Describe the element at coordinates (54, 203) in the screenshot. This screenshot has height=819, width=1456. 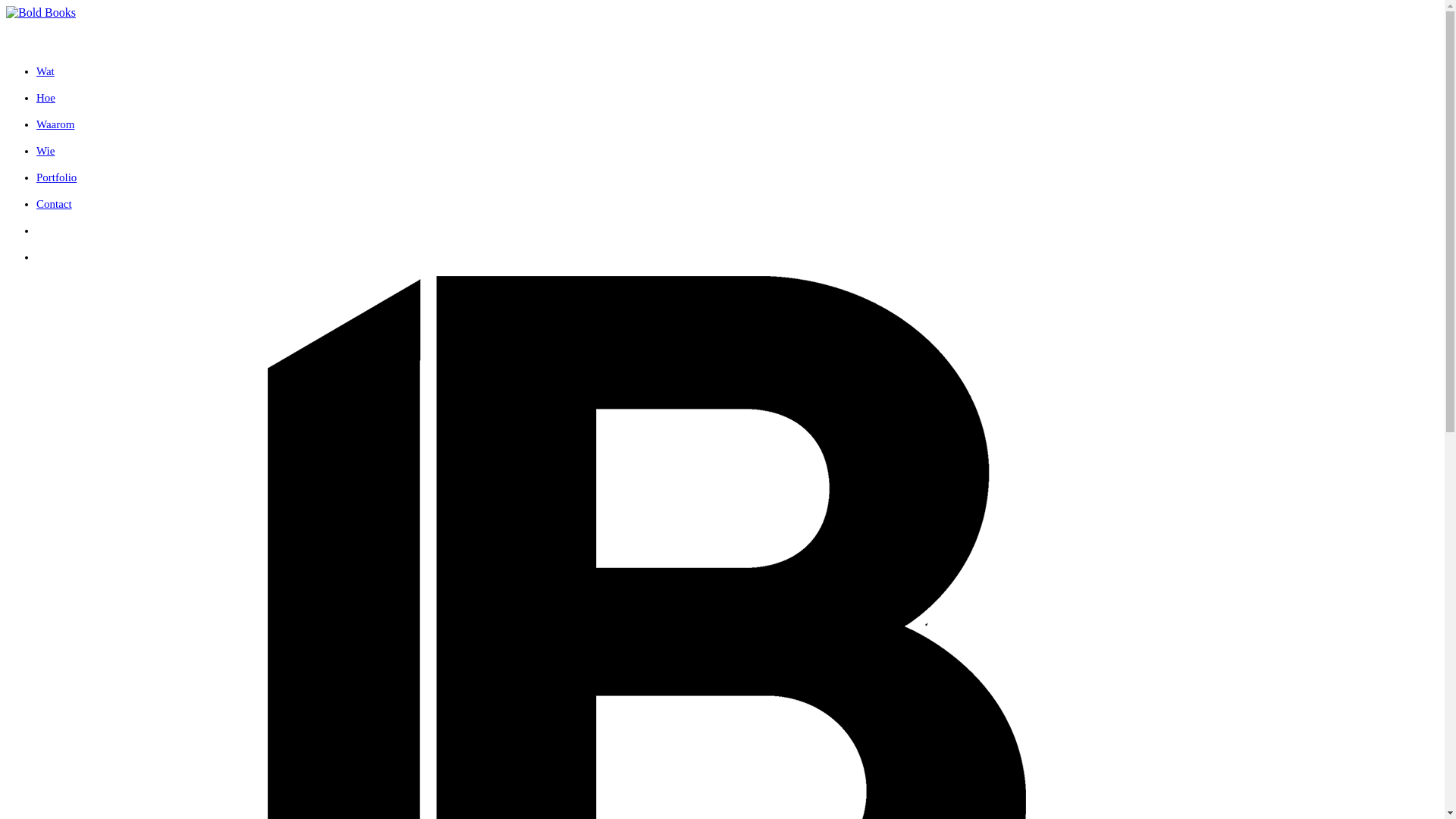
I see `'Contact'` at that location.